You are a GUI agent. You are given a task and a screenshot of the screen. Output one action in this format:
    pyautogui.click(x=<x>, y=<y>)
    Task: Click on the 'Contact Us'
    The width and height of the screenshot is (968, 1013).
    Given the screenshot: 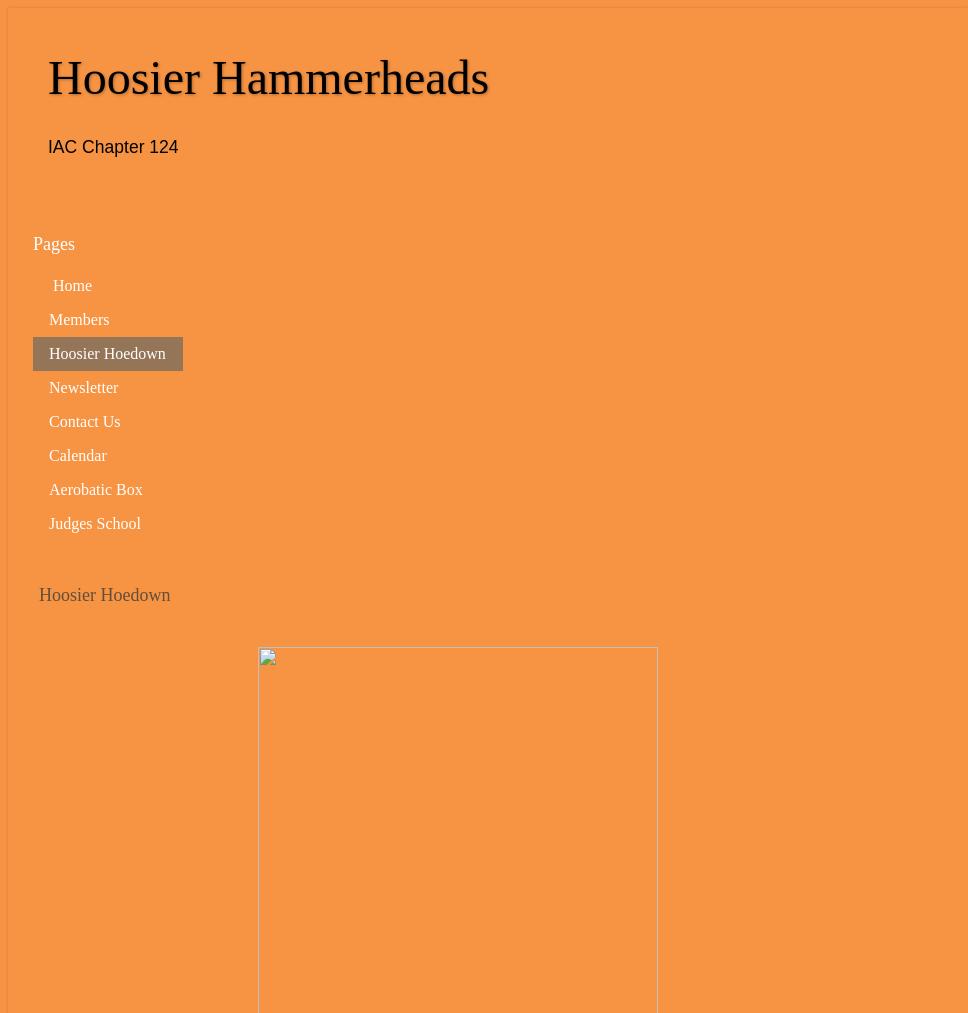 What is the action you would take?
    pyautogui.click(x=84, y=419)
    